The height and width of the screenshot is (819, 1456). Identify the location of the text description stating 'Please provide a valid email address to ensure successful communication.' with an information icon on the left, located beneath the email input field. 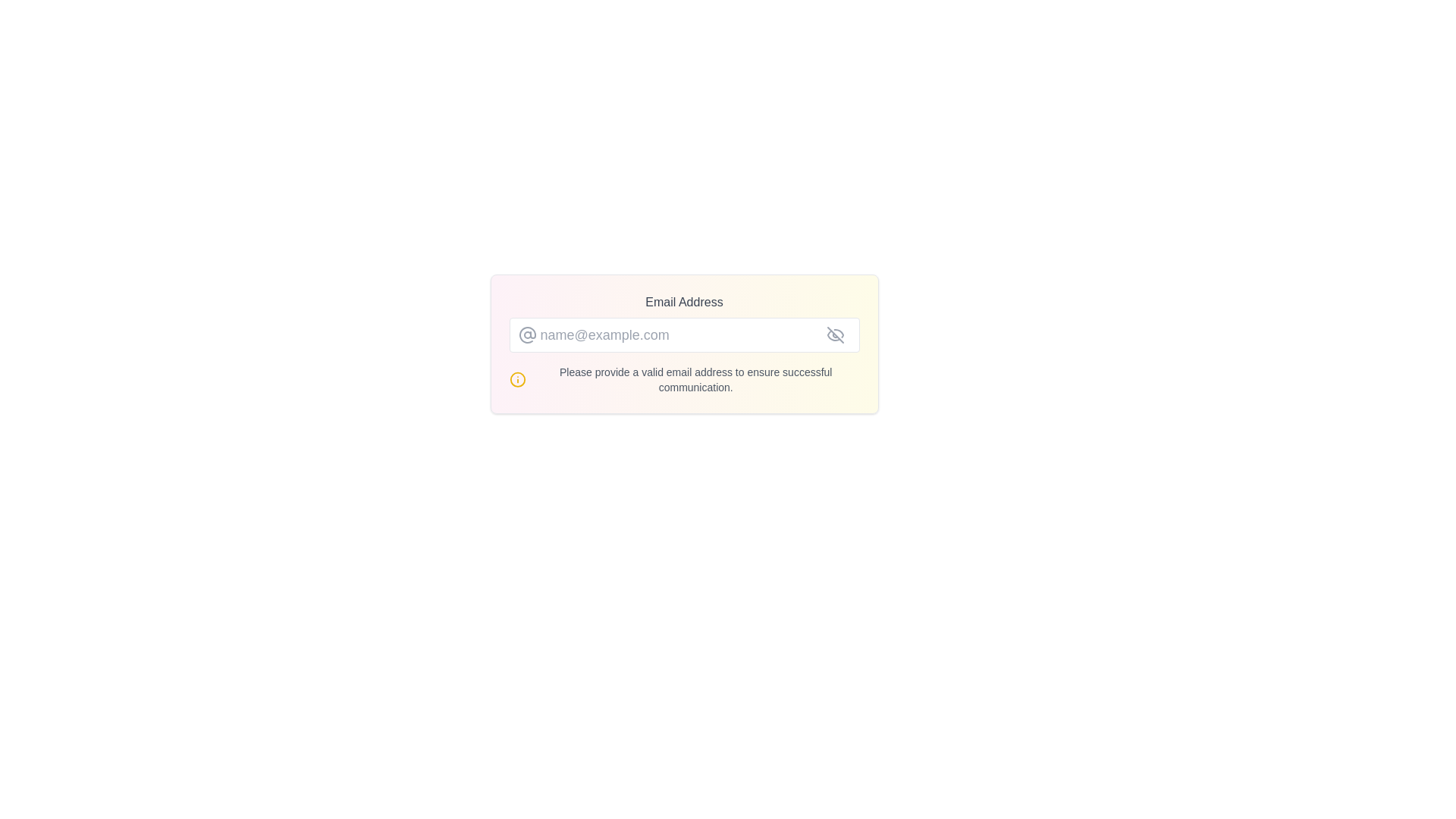
(683, 379).